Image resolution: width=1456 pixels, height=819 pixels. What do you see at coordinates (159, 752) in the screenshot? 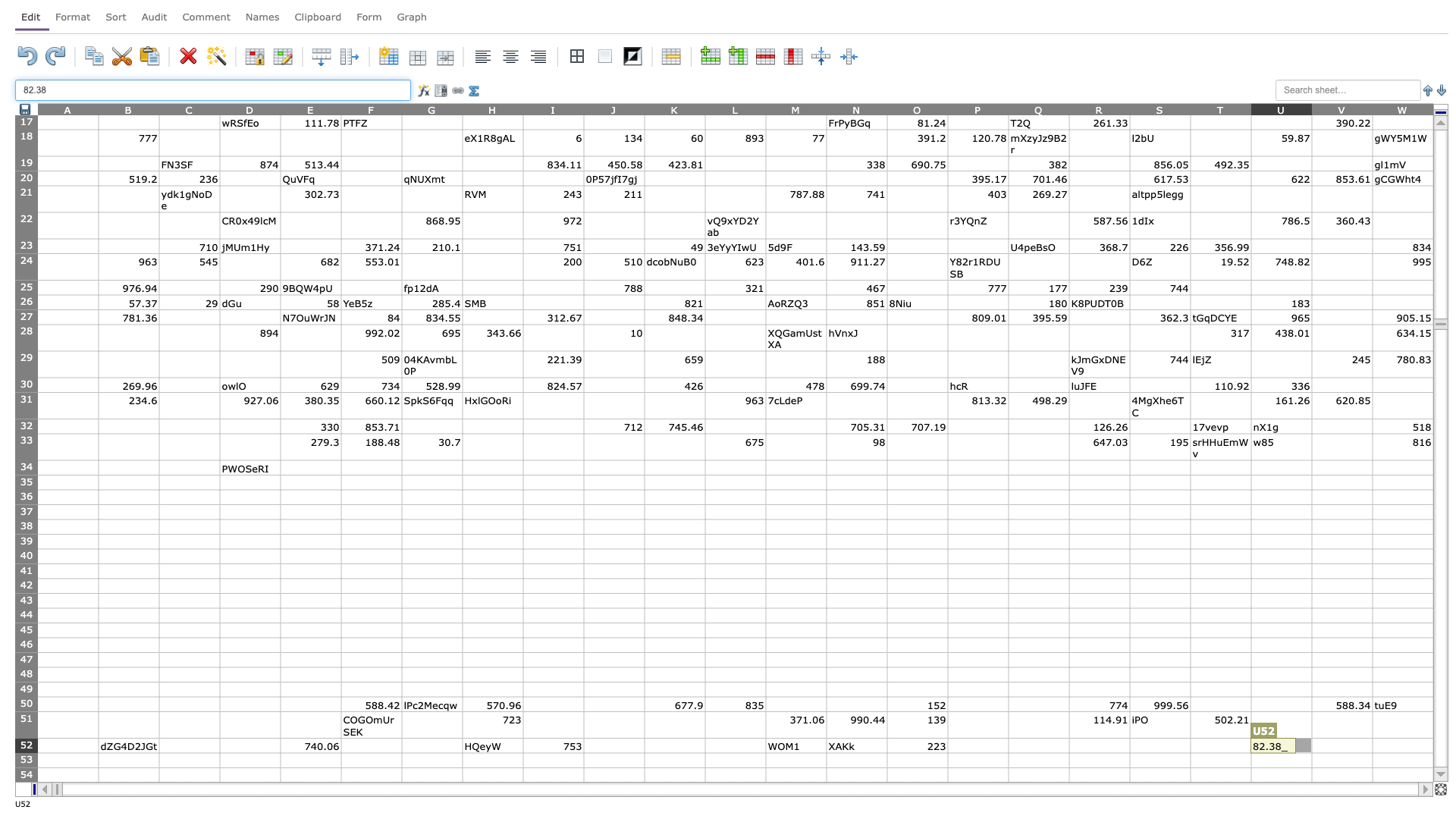
I see `top left at column C row 53` at bounding box center [159, 752].